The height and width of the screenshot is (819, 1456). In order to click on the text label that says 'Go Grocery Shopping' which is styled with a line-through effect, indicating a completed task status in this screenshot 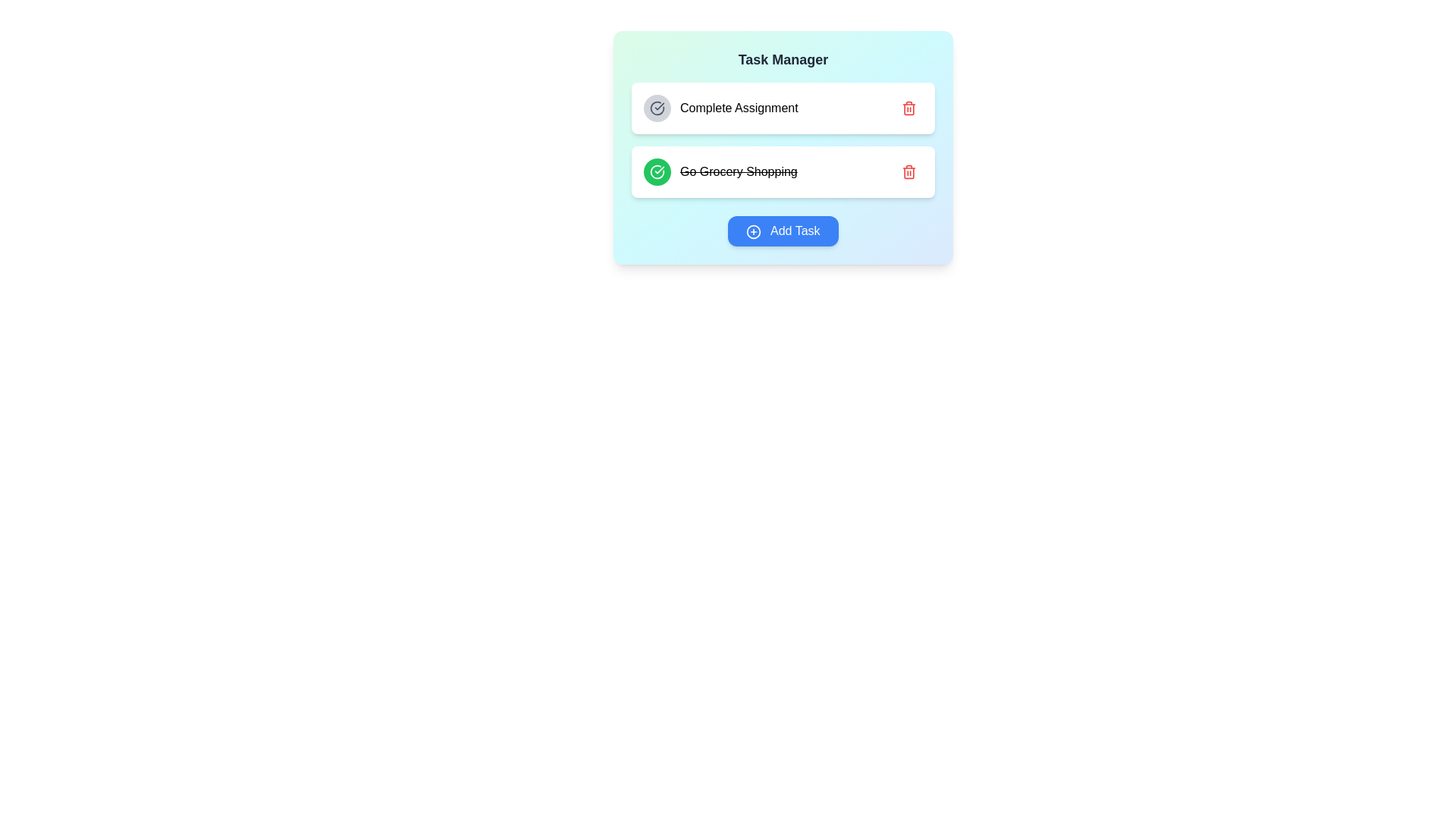, I will do `click(739, 171)`.